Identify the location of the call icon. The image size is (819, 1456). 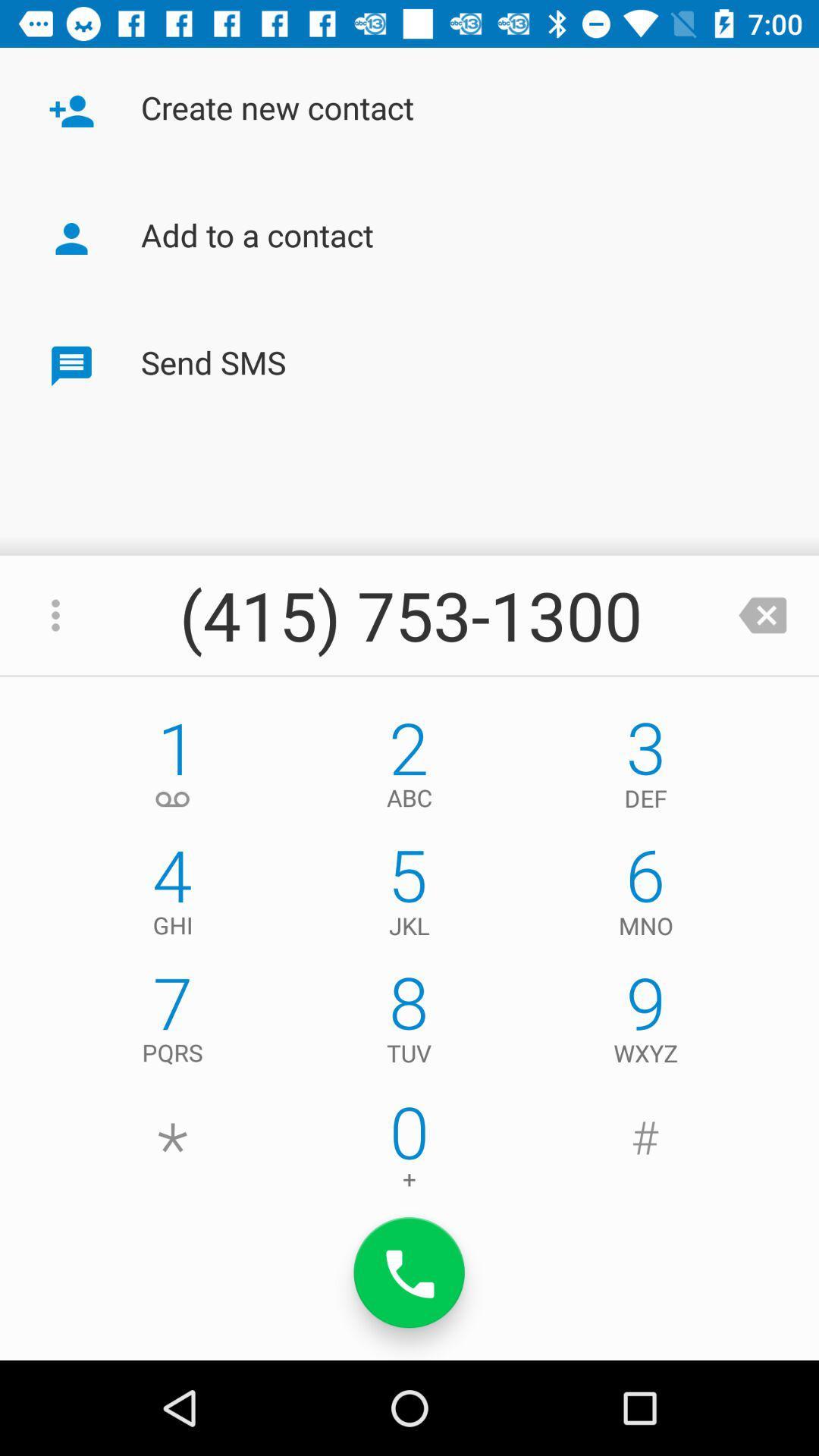
(409, 1272).